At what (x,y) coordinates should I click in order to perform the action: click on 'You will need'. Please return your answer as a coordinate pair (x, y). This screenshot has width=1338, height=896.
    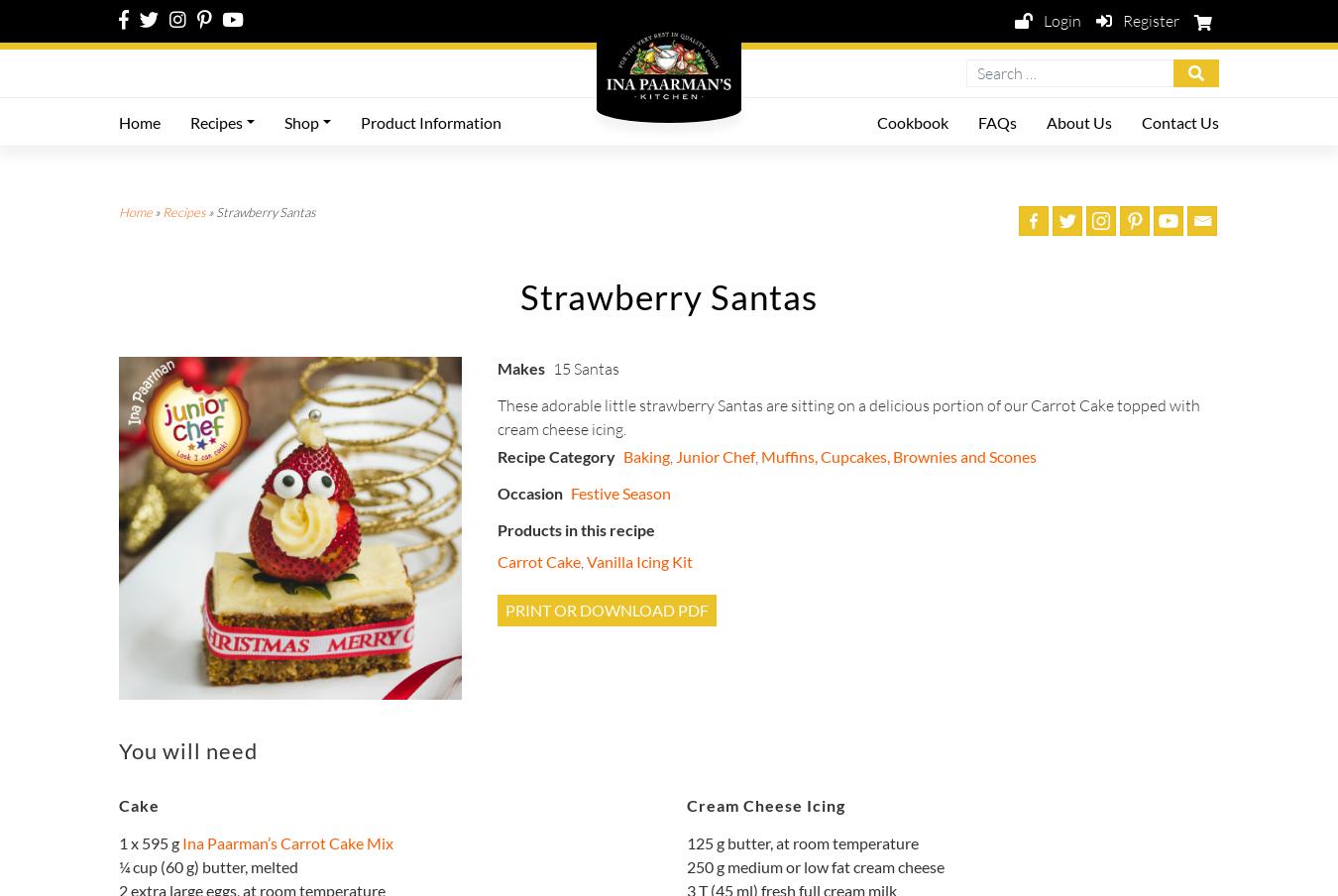
    Looking at the image, I should click on (187, 749).